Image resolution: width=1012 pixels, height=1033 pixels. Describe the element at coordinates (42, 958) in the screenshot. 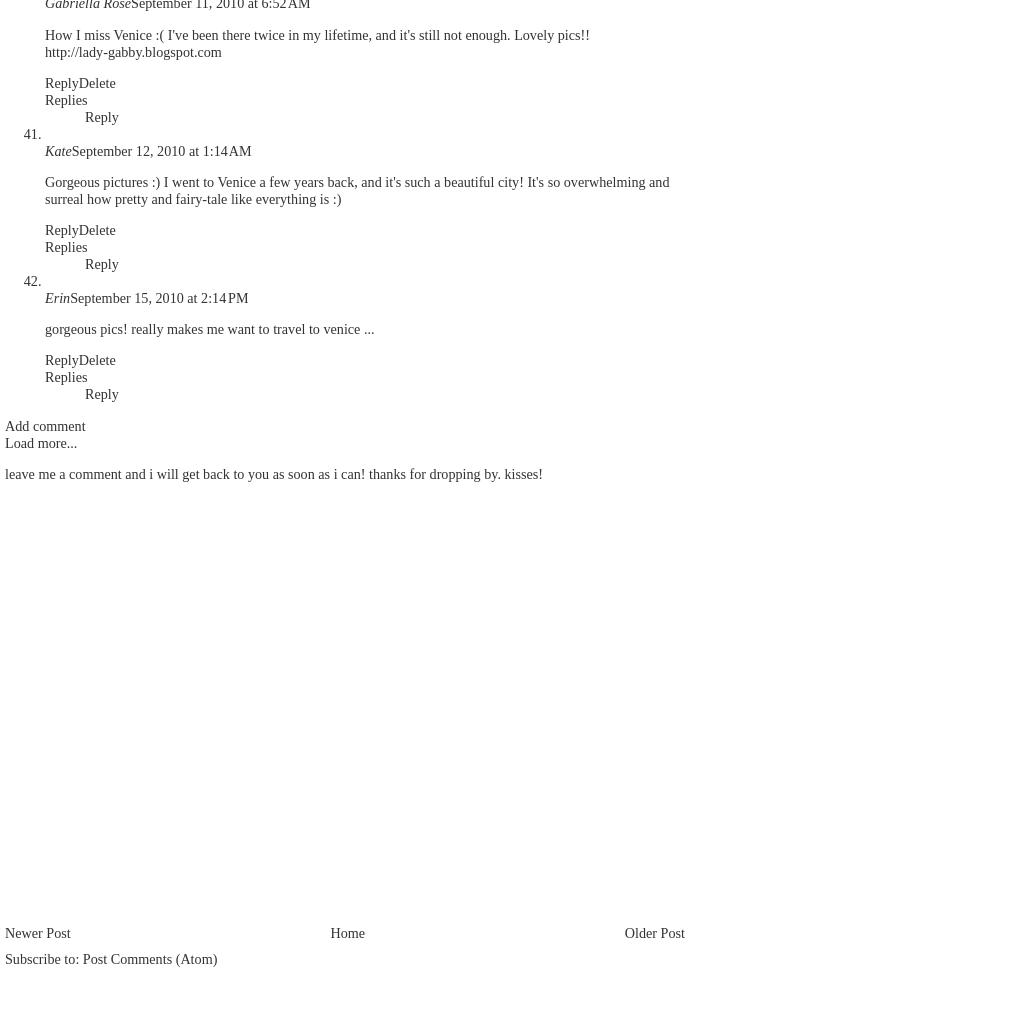

I see `'Subscribe to:'` at that location.